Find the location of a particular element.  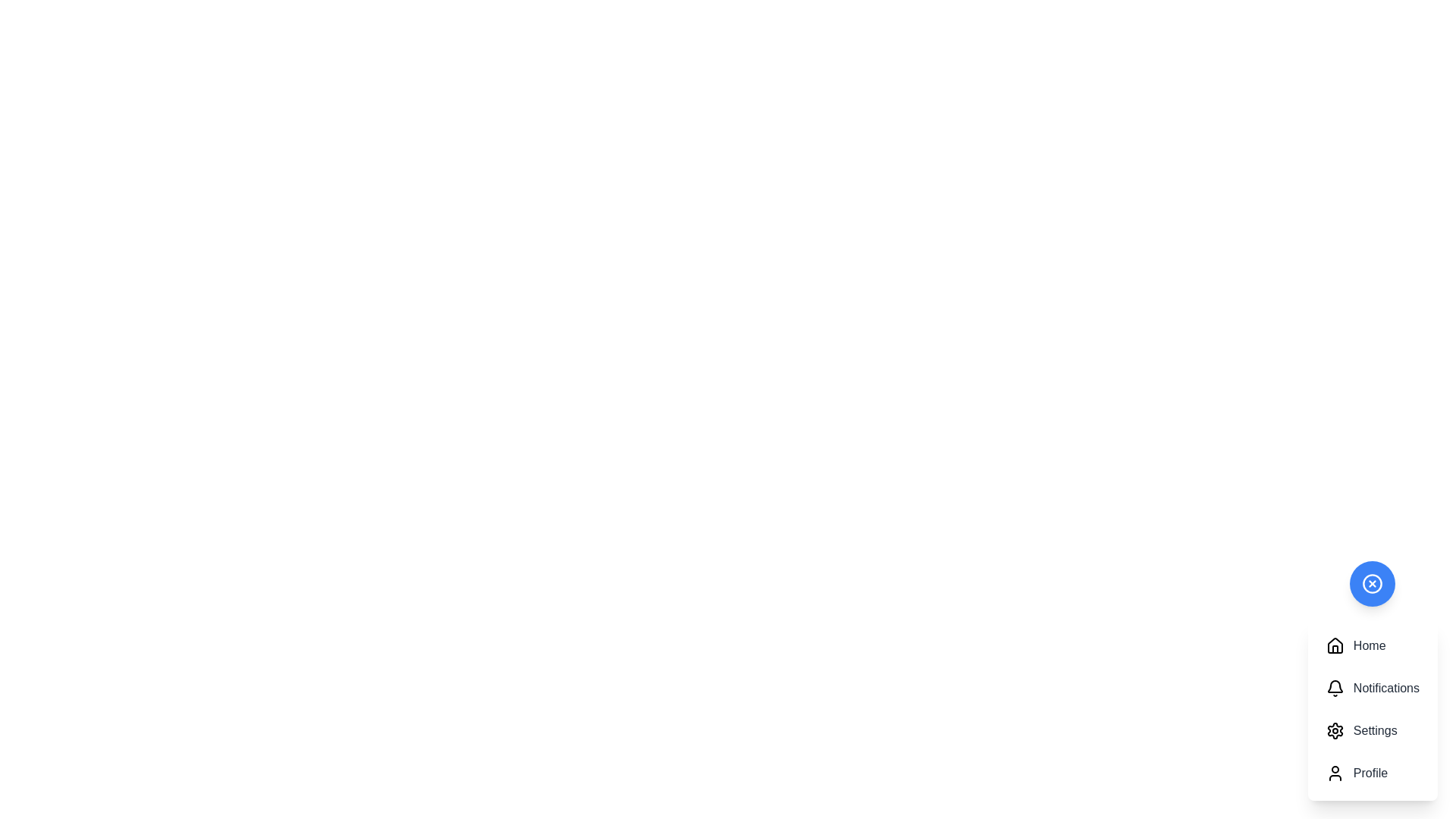

the Home button of the speed dial is located at coordinates (1372, 646).